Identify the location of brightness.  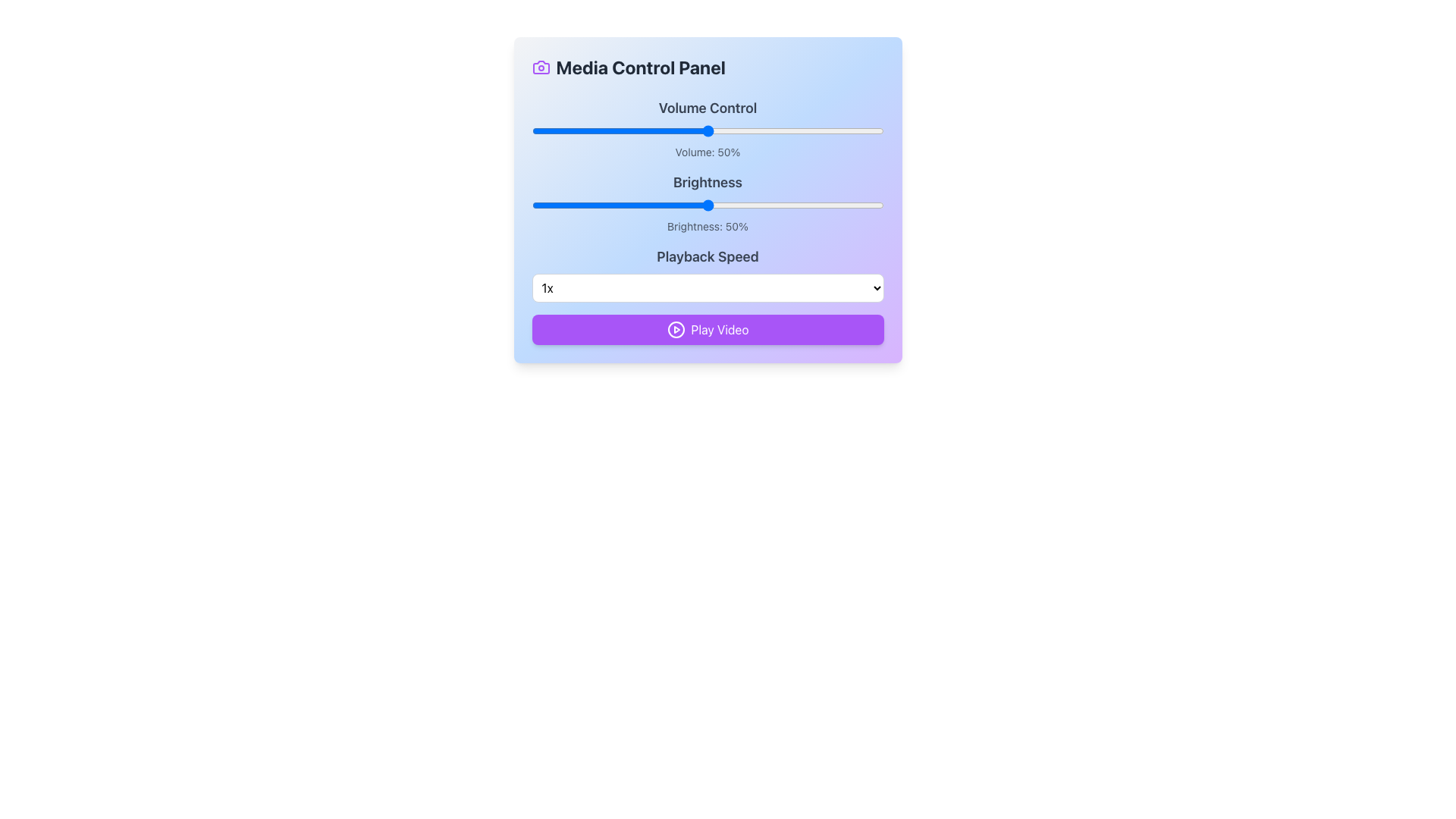
(623, 205).